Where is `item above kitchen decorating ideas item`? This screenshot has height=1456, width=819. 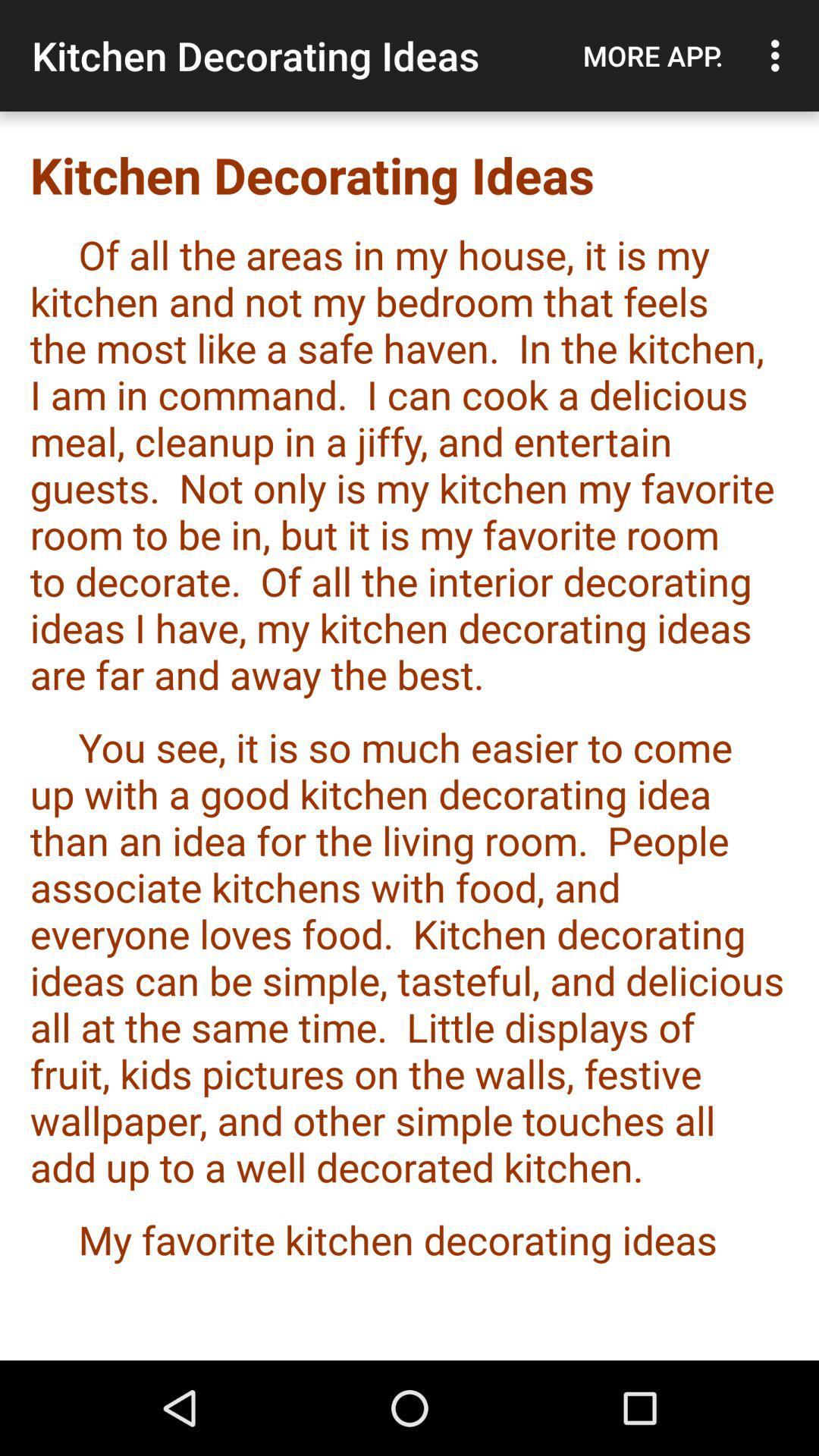 item above kitchen decorating ideas item is located at coordinates (652, 55).